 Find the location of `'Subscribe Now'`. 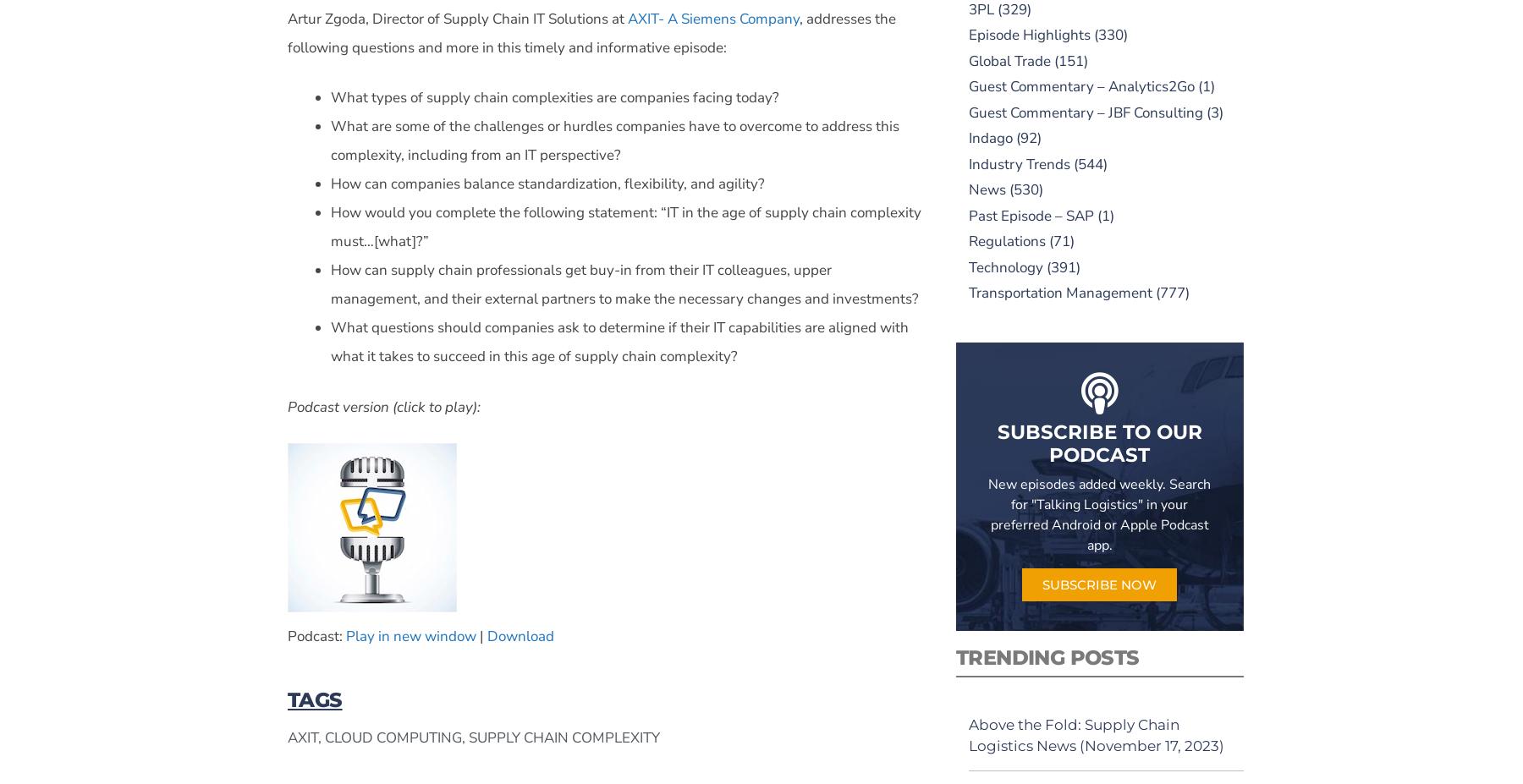

'Subscribe Now' is located at coordinates (1099, 583).